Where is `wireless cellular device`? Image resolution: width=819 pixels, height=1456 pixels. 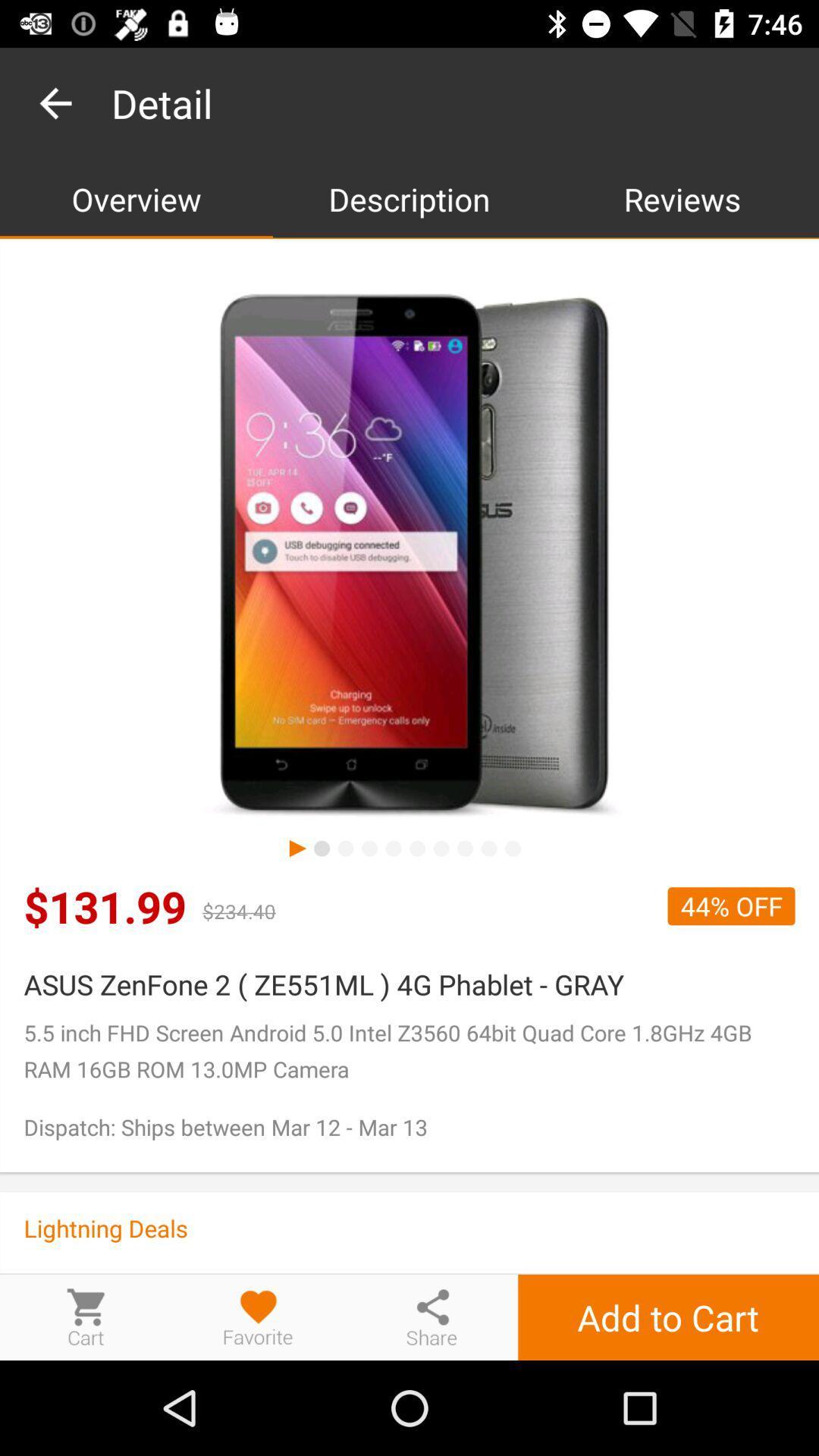 wireless cellular device is located at coordinates (409, 556).